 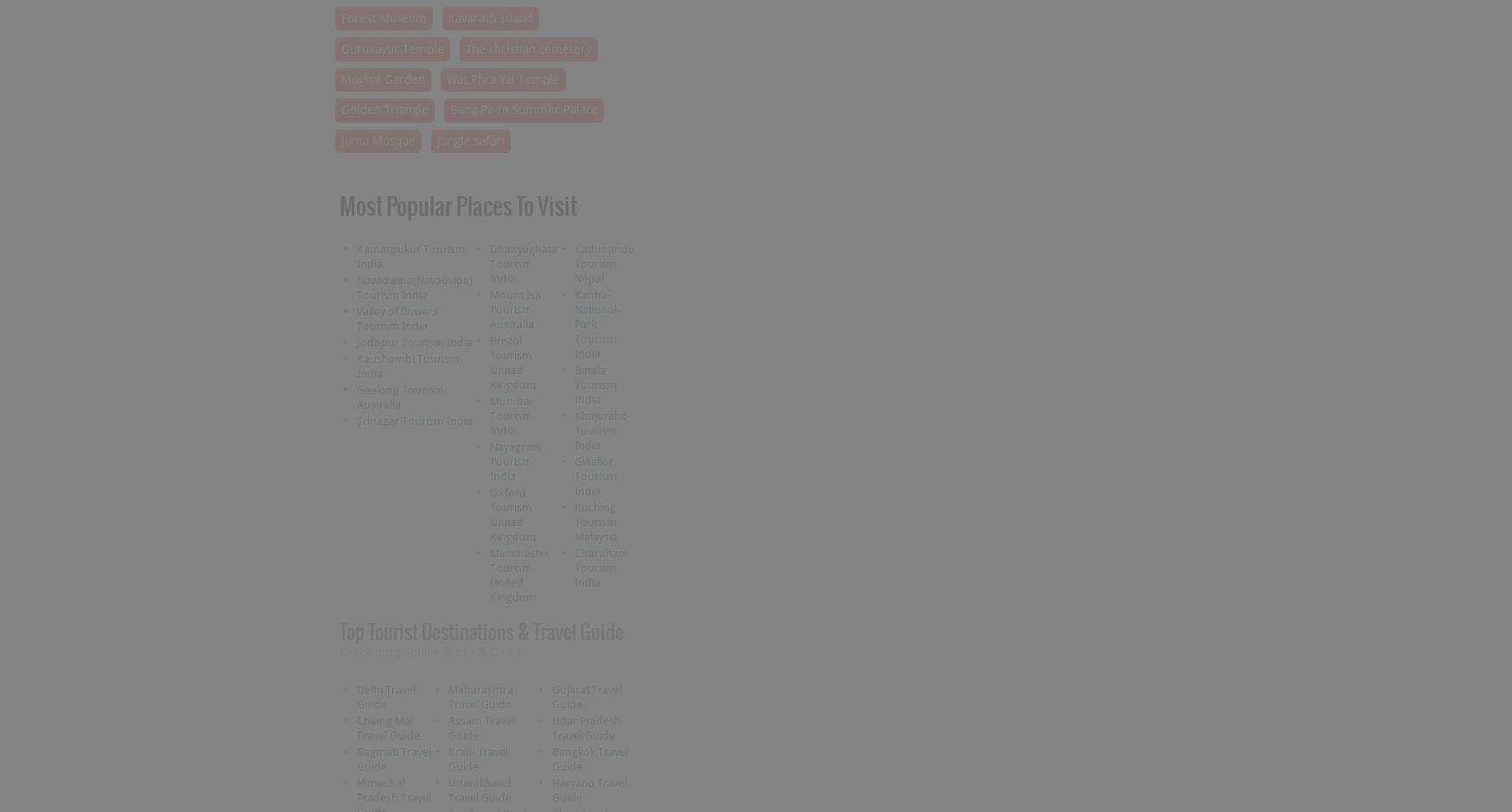 I want to click on 'Manchester Tourism  United Kingdom', so click(x=518, y=574).